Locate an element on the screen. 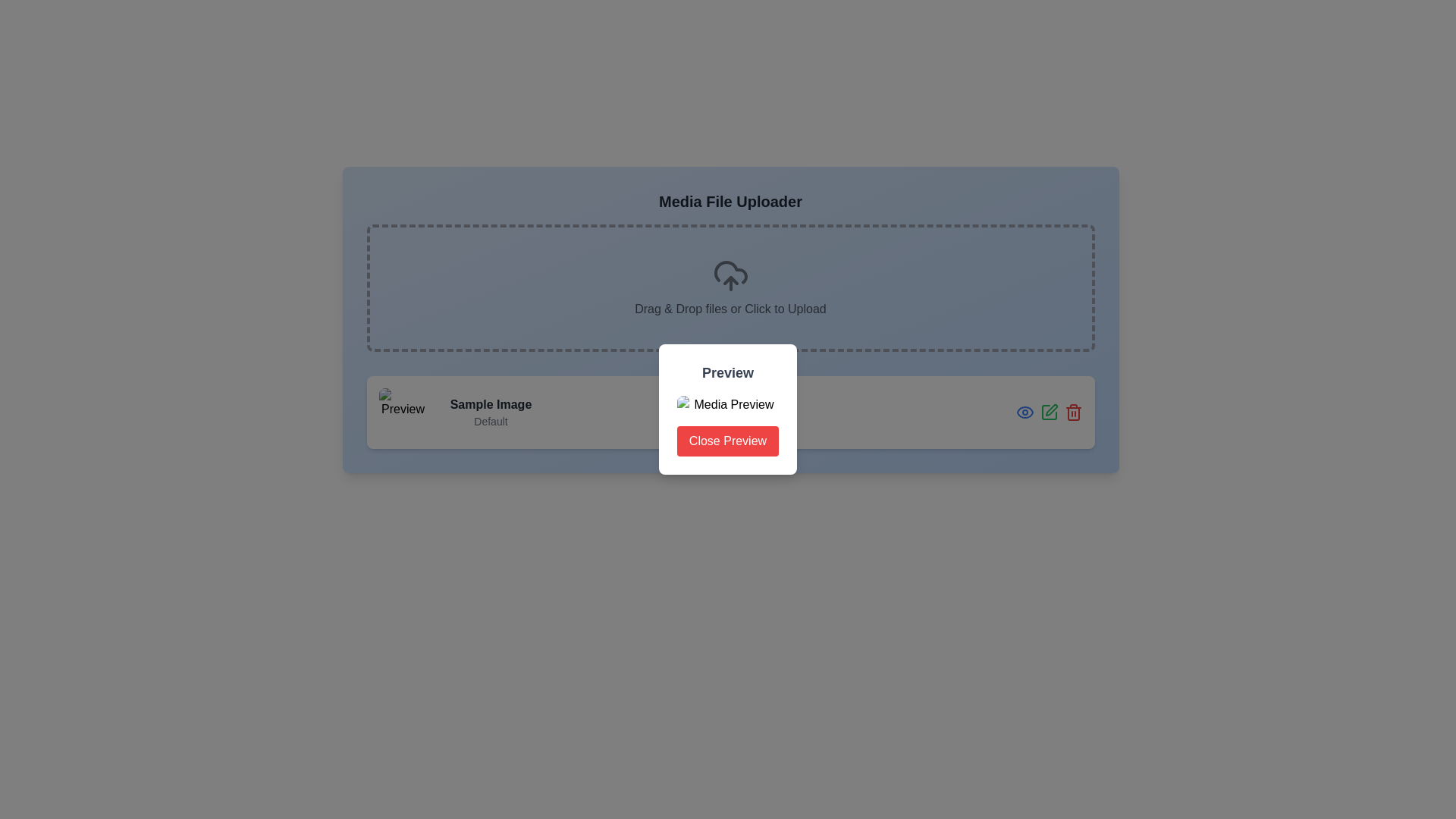 The width and height of the screenshot is (1456, 819). the content of the image element located in the dialog box below the title 'Preview' and above the button 'Close Preview' is located at coordinates (728, 403).